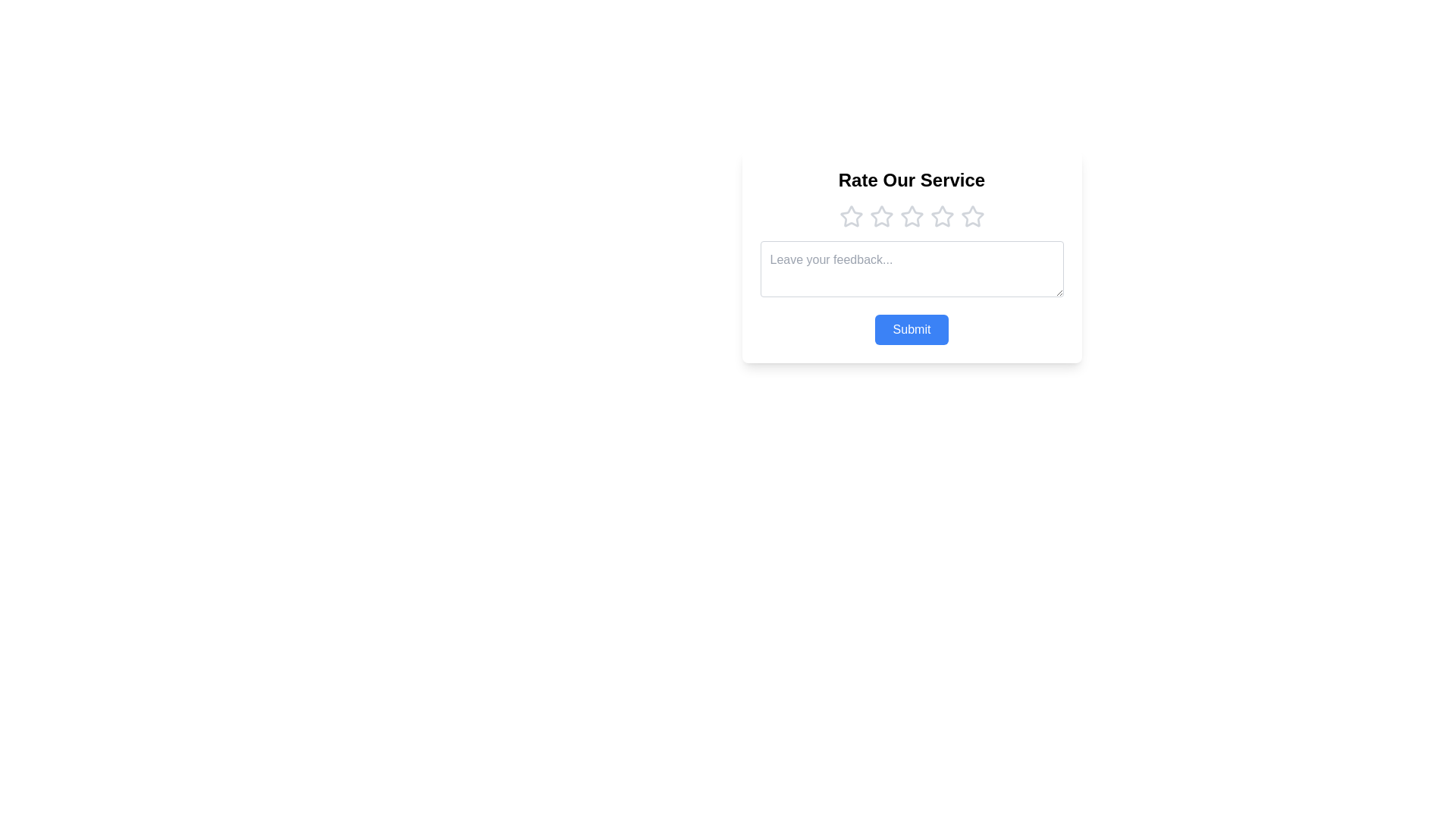 The image size is (1456, 819). I want to click on the clickable rating icon styled as a star, which is the fifth star from the left in the rating system, positioned above the text box labeled 'Leave your feedback...' and the blue 'Submit' button, so click(972, 216).